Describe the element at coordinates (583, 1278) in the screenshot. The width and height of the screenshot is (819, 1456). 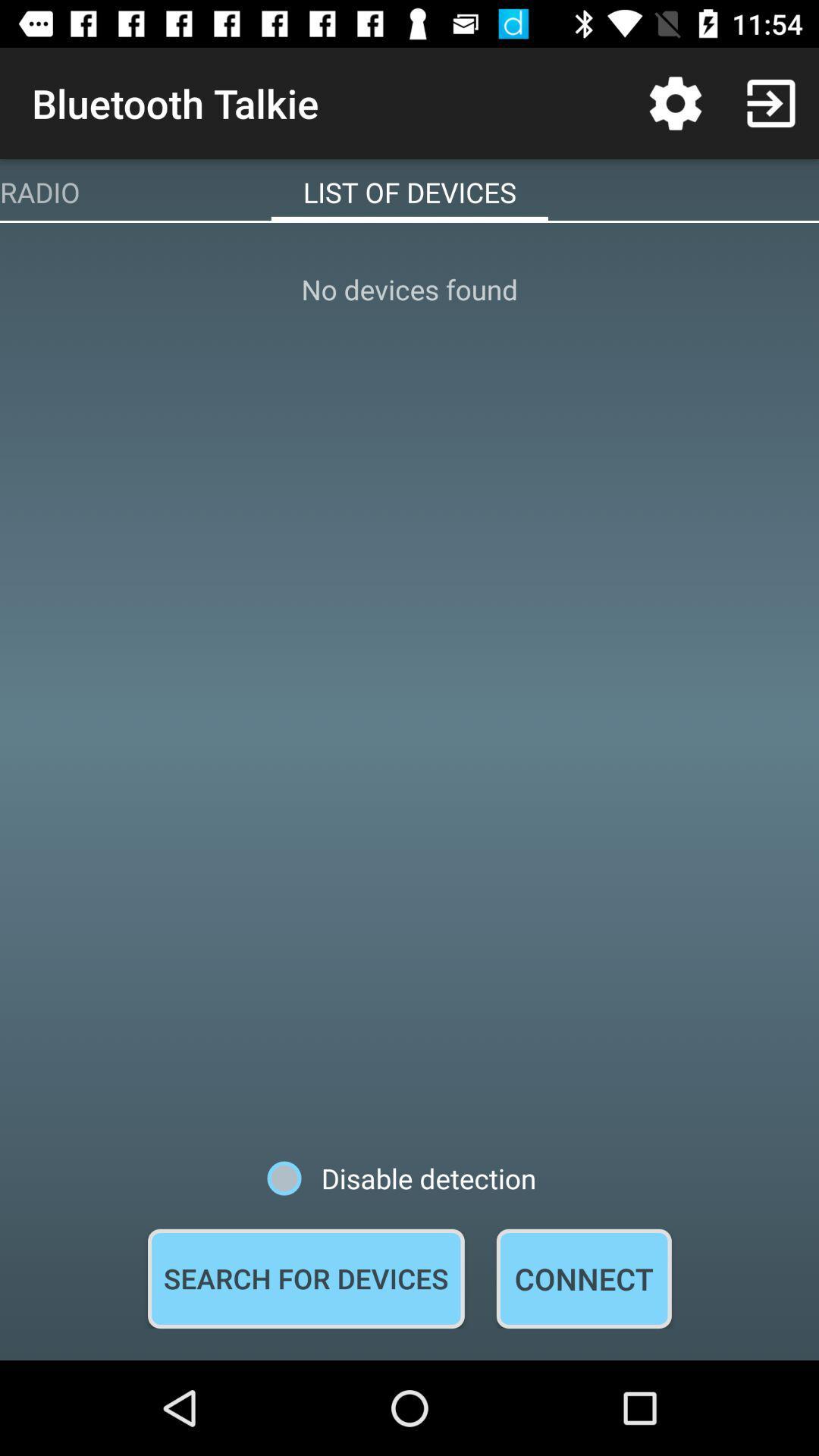
I see `the connect` at that location.